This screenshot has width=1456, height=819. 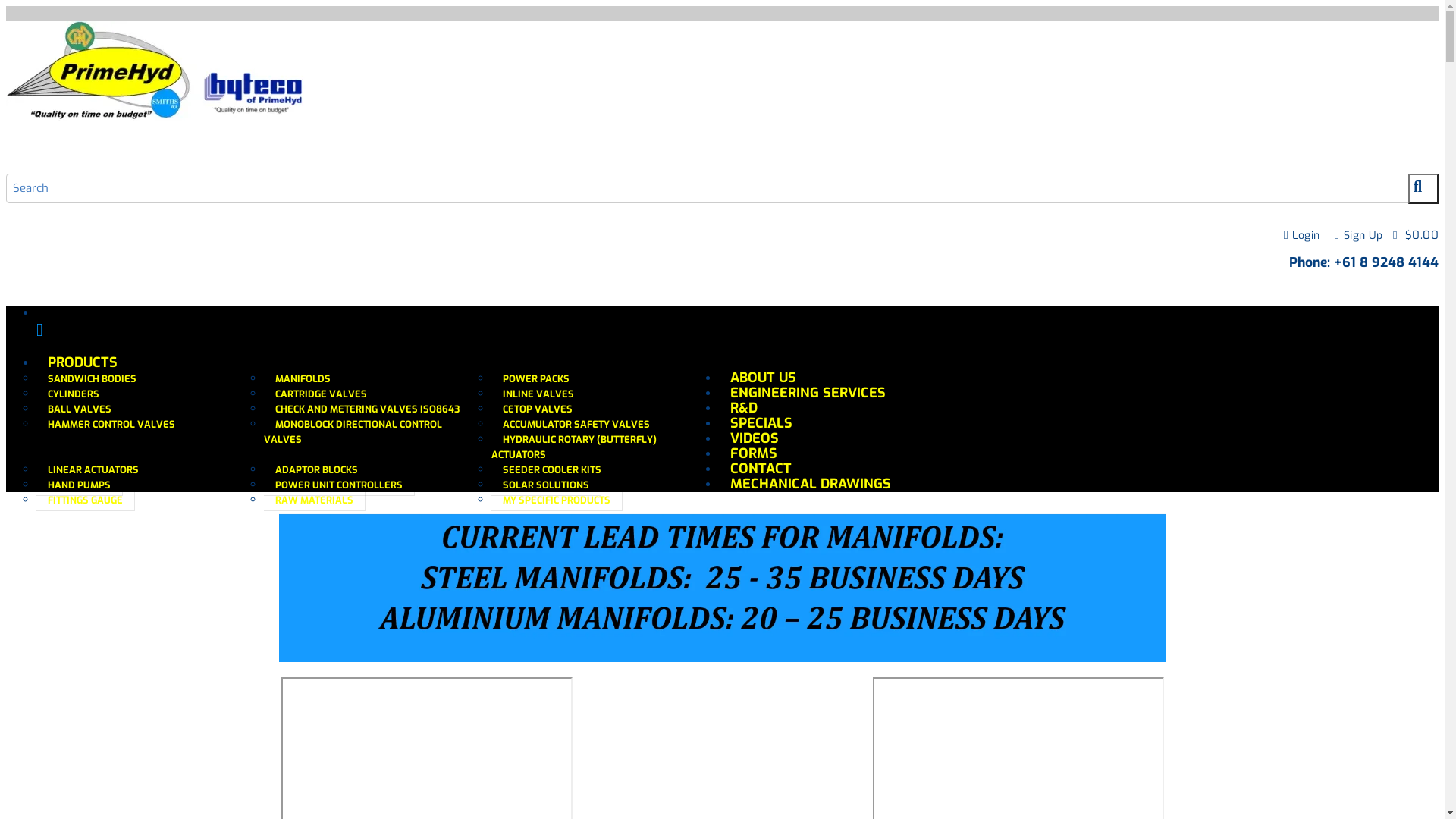 I want to click on 'FORMS', so click(x=718, y=452).